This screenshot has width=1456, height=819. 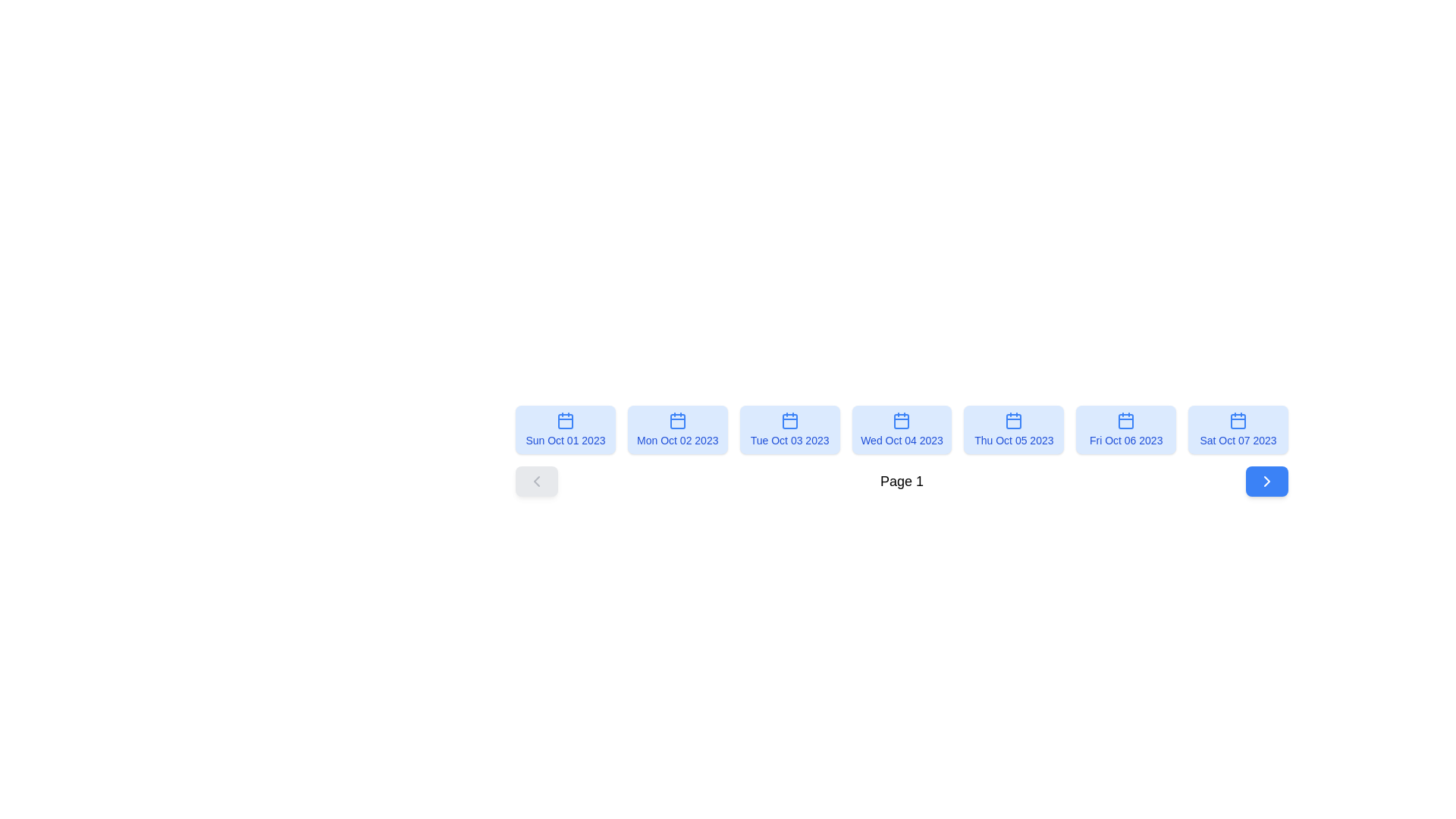 What do you see at coordinates (902, 421) in the screenshot?
I see `the calendar icon with a blue outline and grid-like design located within the card labeled 'Wed Oct 04 2023'` at bounding box center [902, 421].